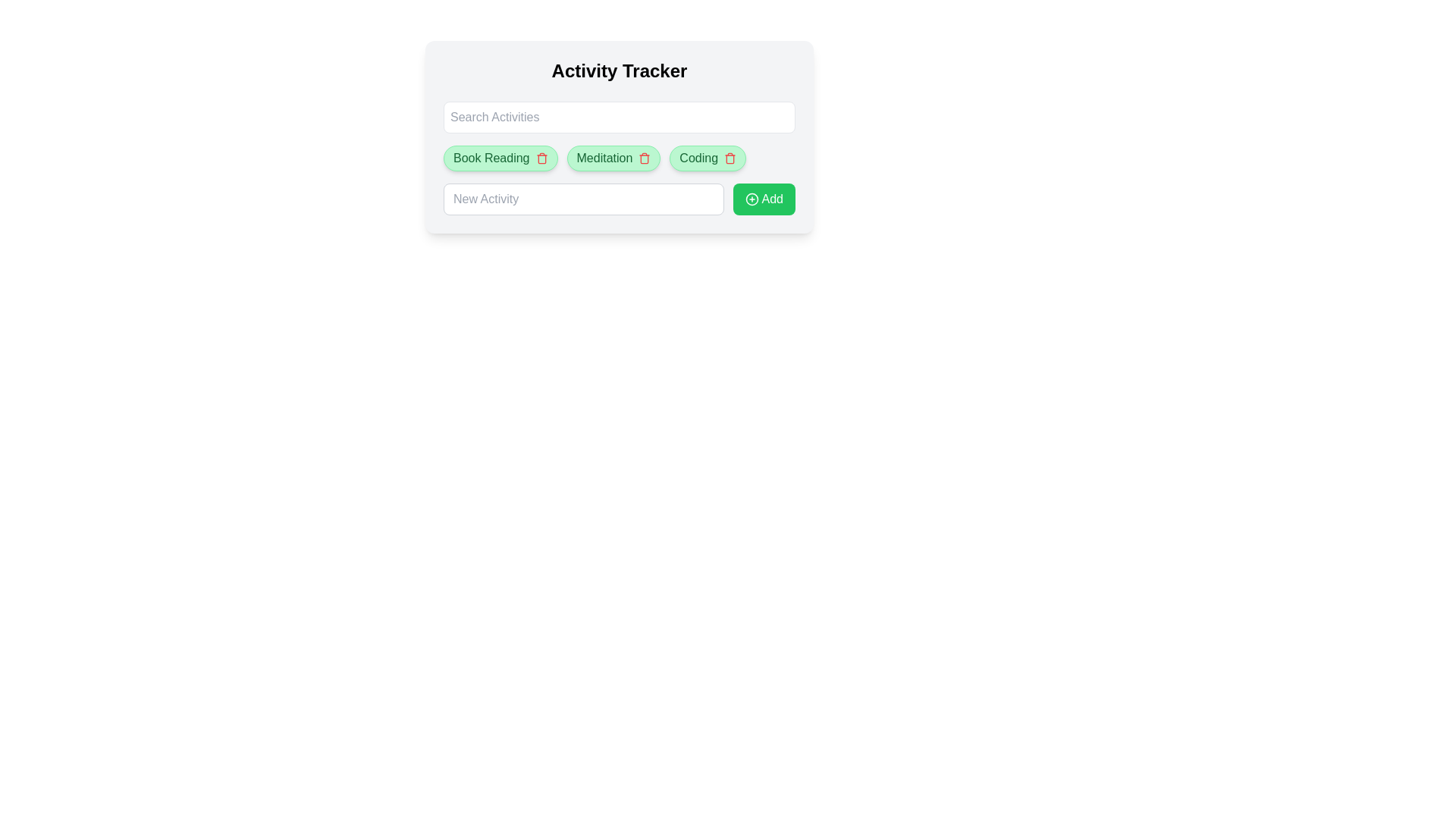  What do you see at coordinates (604, 158) in the screenshot?
I see `the 'Meditation' text label, which is part of a chip-like structure located beneath the 'Activity Tracker' header` at bounding box center [604, 158].